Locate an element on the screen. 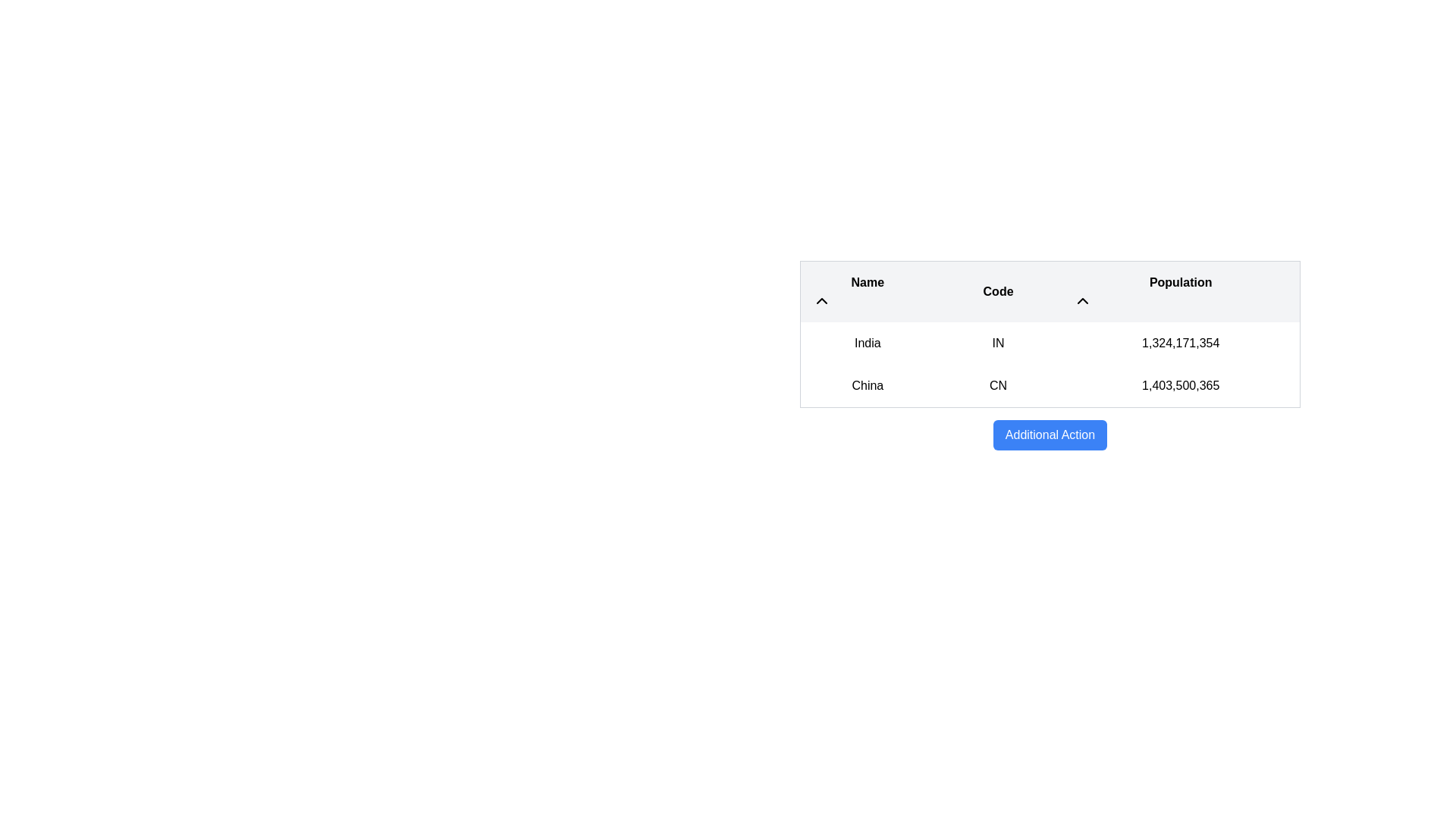  the 'Additional Action' button located directly below the table is located at coordinates (1050, 435).